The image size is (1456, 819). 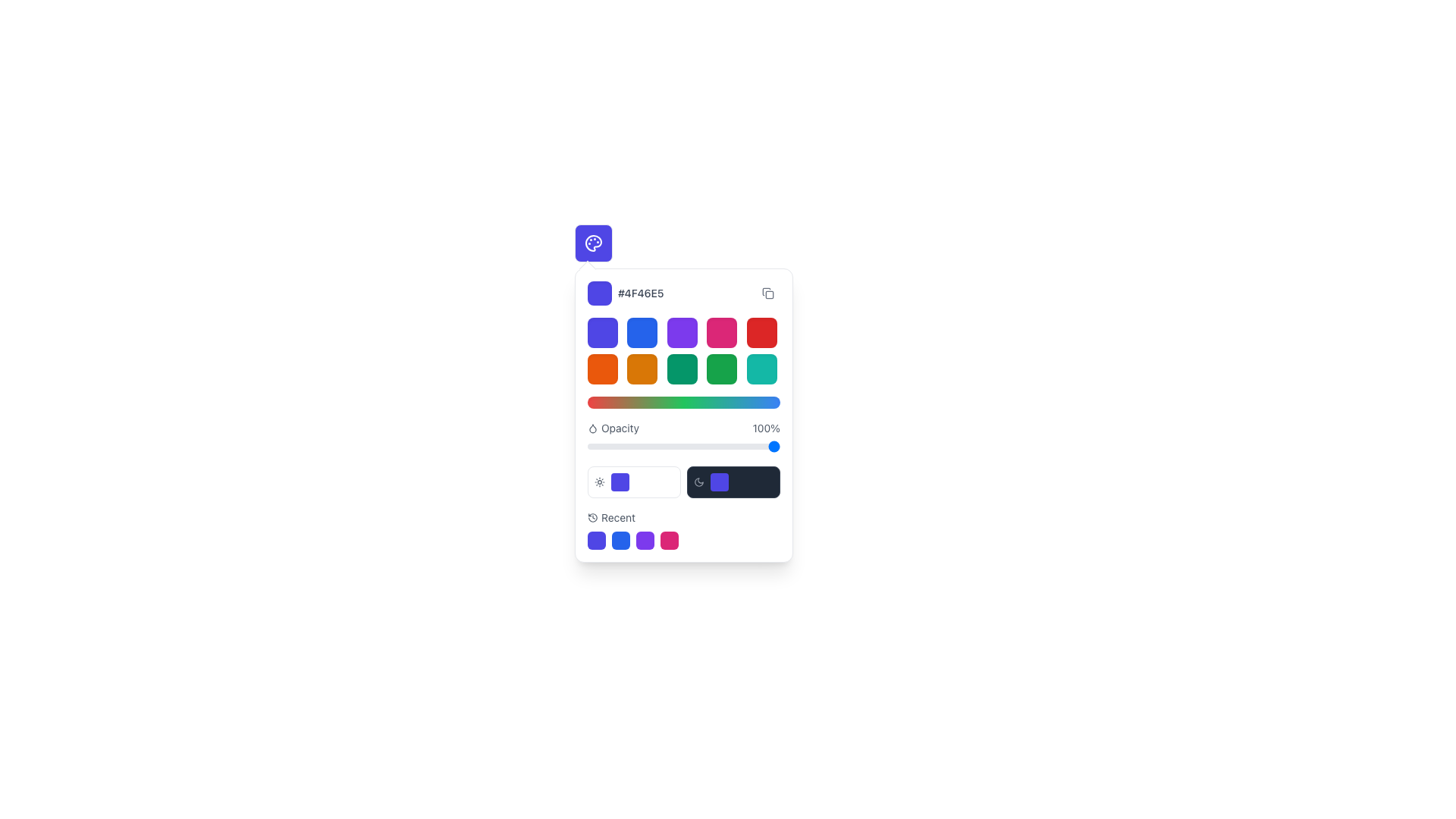 I want to click on the opacity slider, so click(x=649, y=446).